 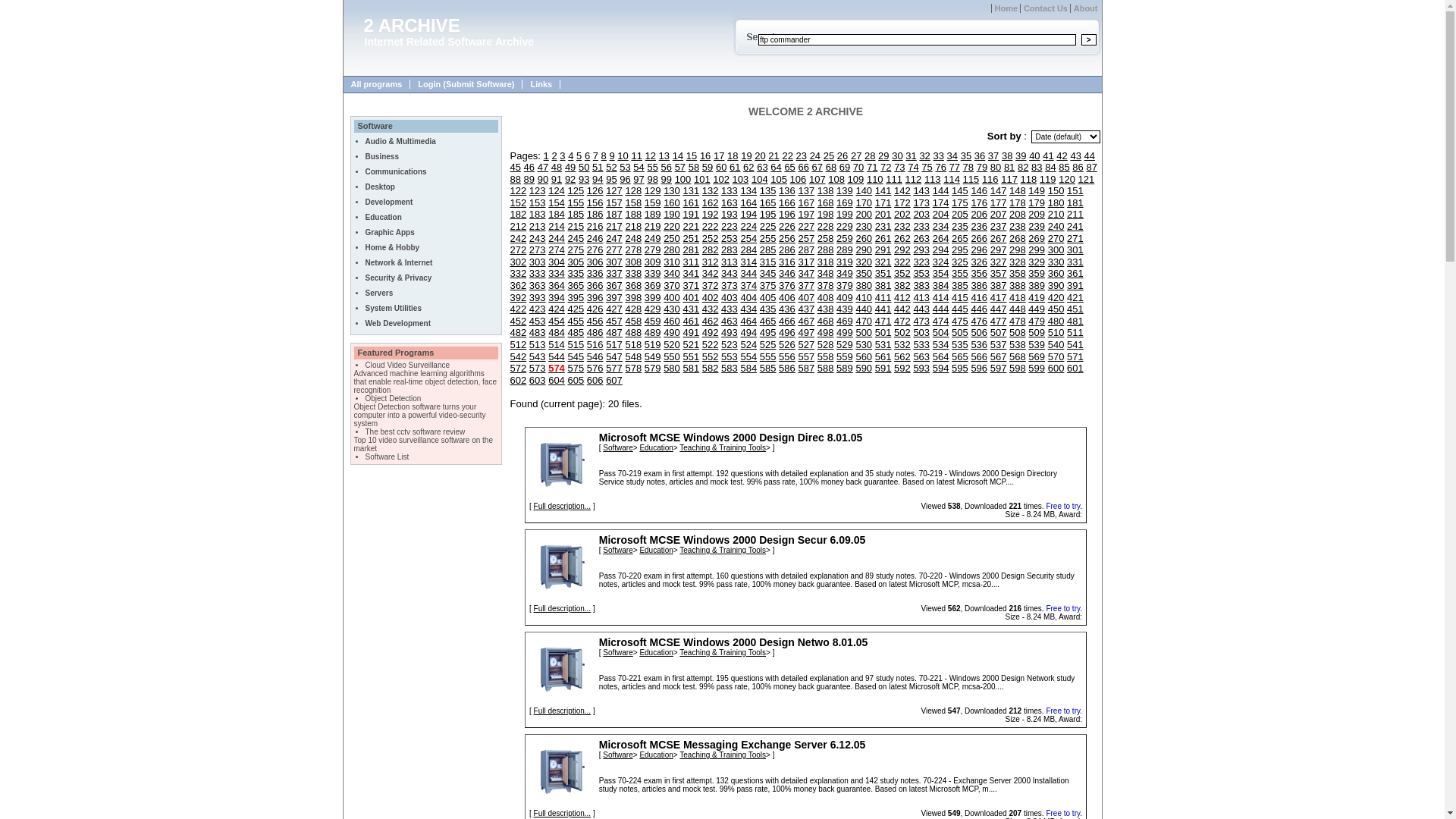 What do you see at coordinates (883, 285) in the screenshot?
I see `'381'` at bounding box center [883, 285].